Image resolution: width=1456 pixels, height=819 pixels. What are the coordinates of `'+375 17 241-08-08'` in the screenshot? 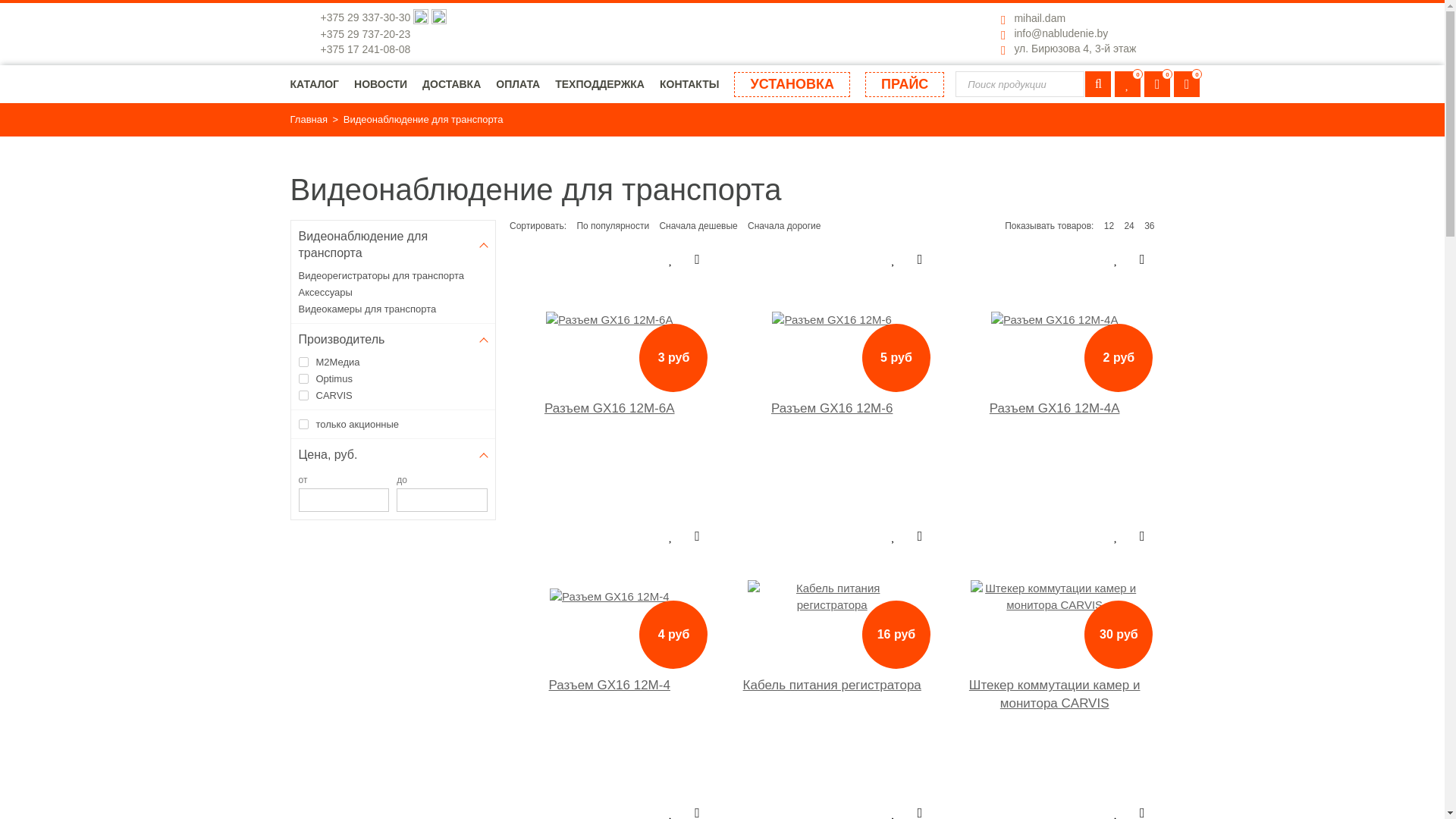 It's located at (319, 49).